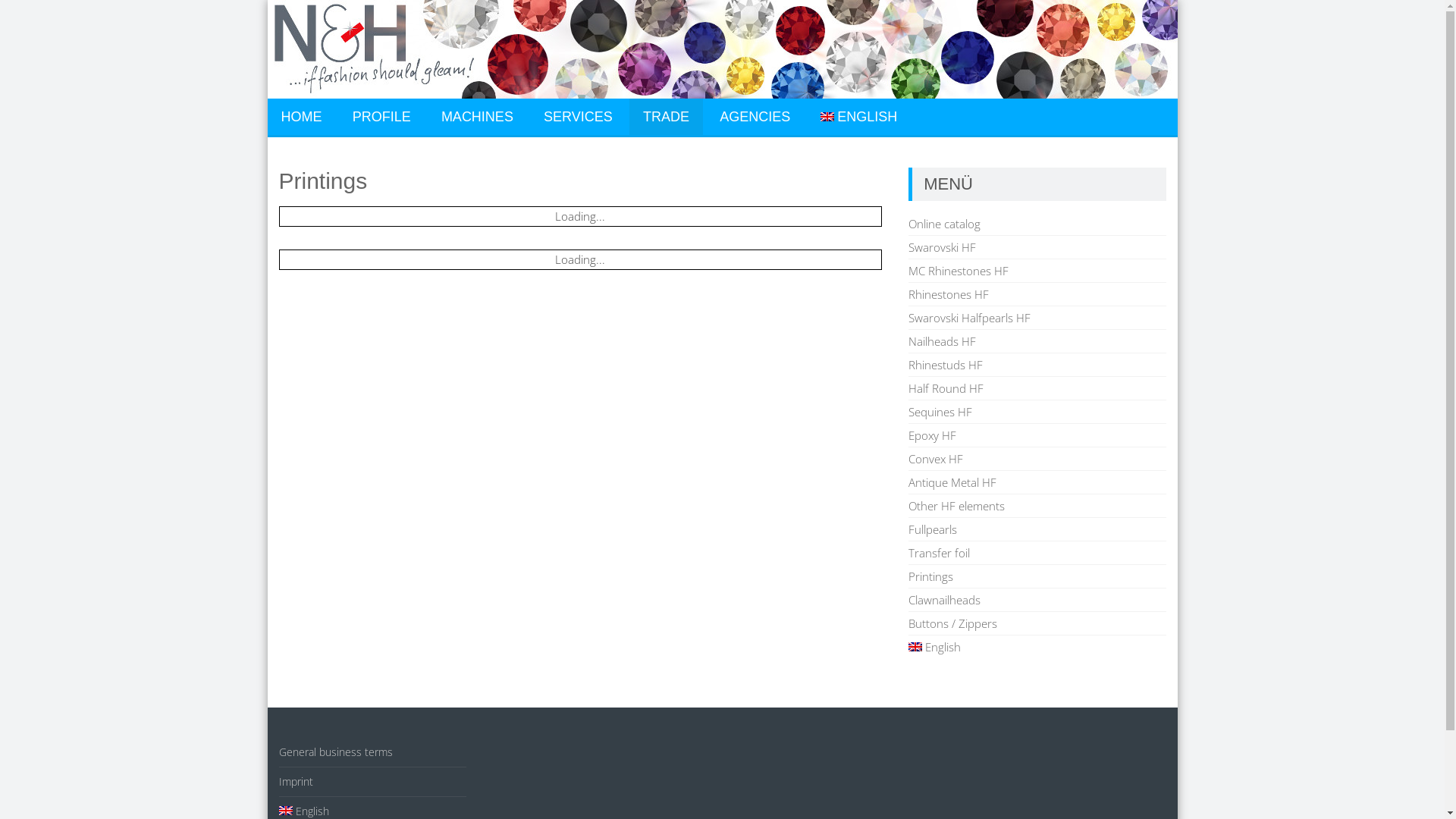 Image resolution: width=1456 pixels, height=819 pixels. What do you see at coordinates (943, 598) in the screenshot?
I see `'Clawnailheads'` at bounding box center [943, 598].